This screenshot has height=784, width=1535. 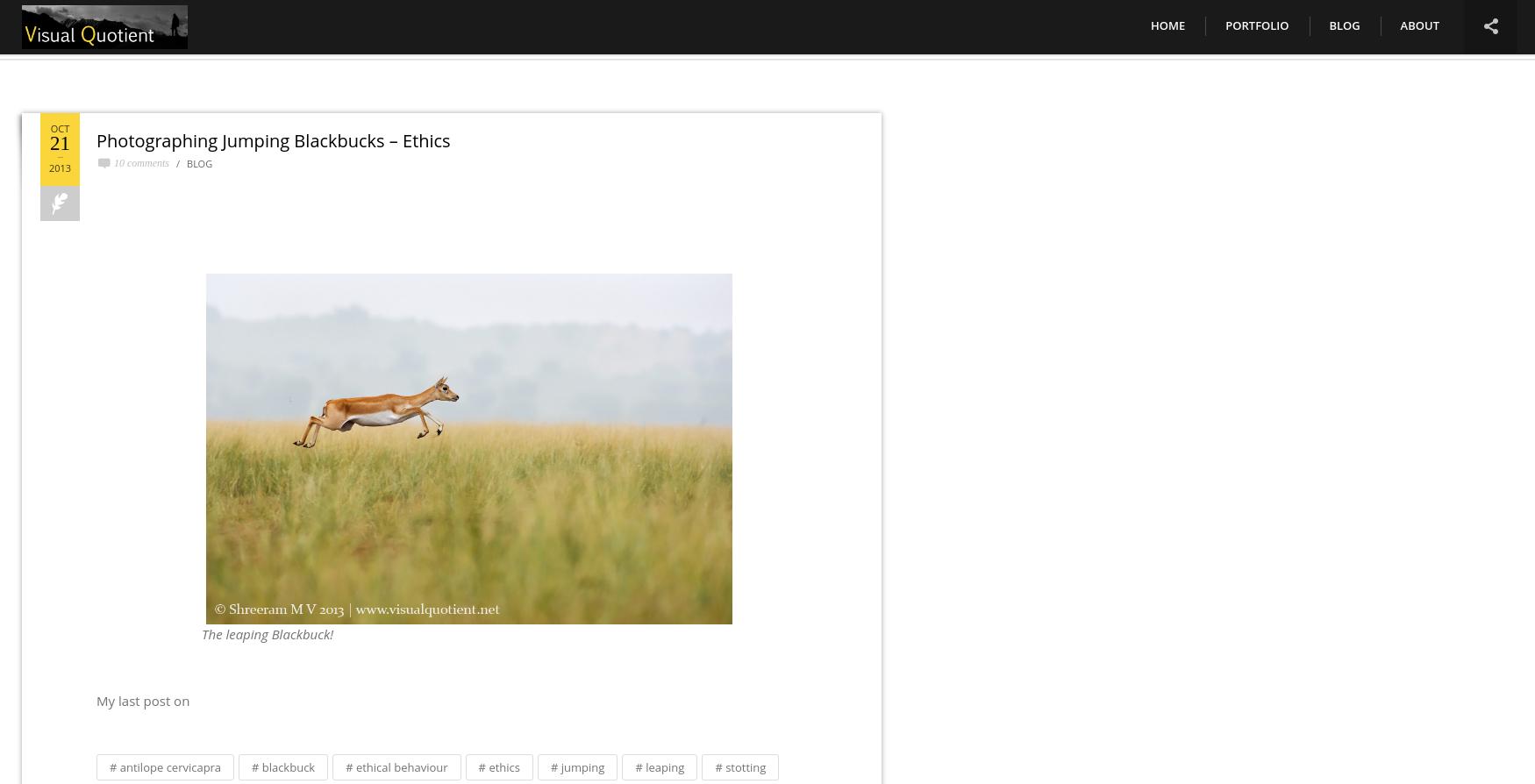 I want to click on '10 comments', so click(x=140, y=163).